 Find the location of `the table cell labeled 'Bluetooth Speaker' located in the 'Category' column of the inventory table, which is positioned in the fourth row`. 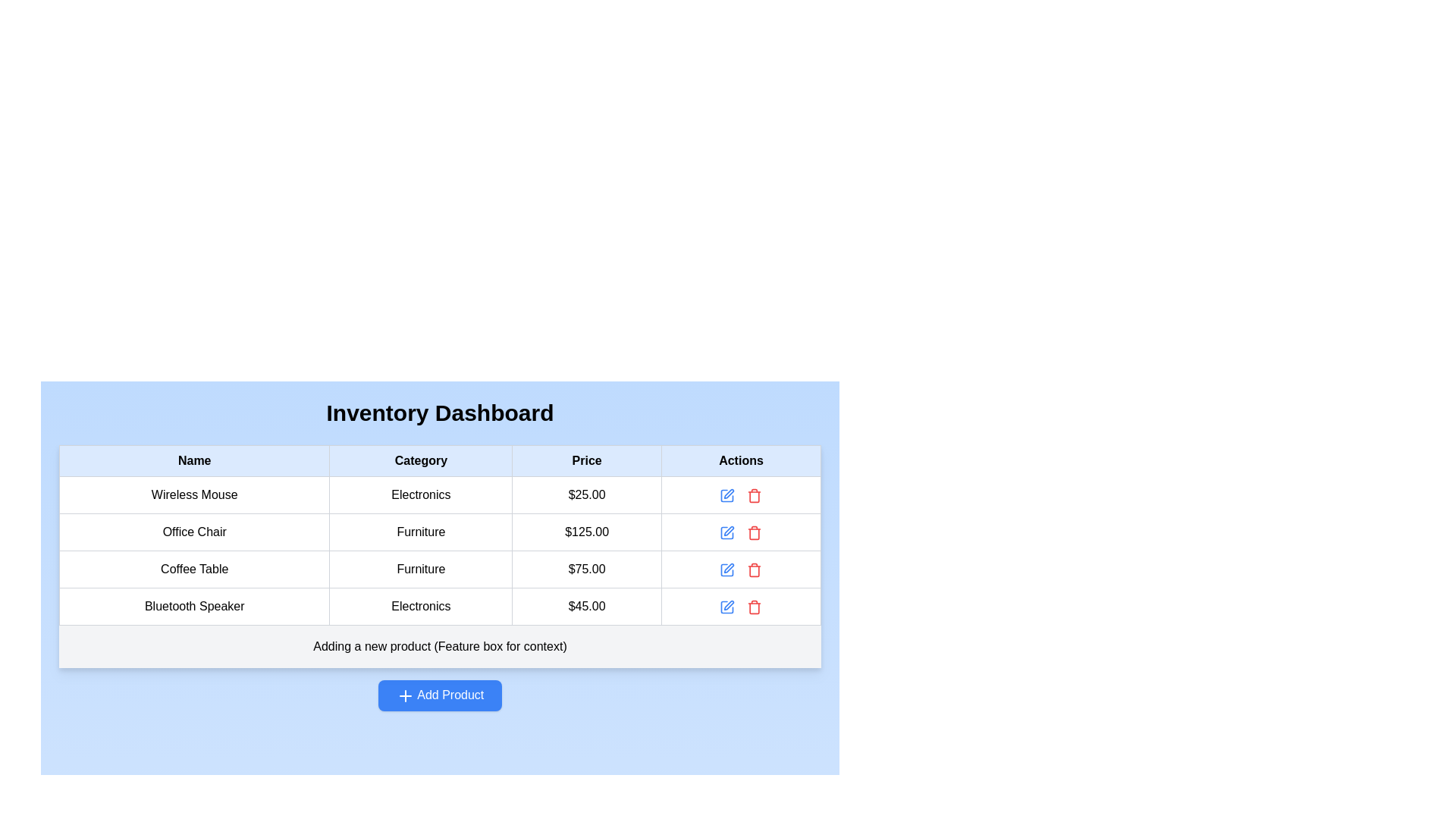

the table cell labeled 'Bluetooth Speaker' located in the 'Category' column of the inventory table, which is positioned in the fourth row is located at coordinates (439, 605).